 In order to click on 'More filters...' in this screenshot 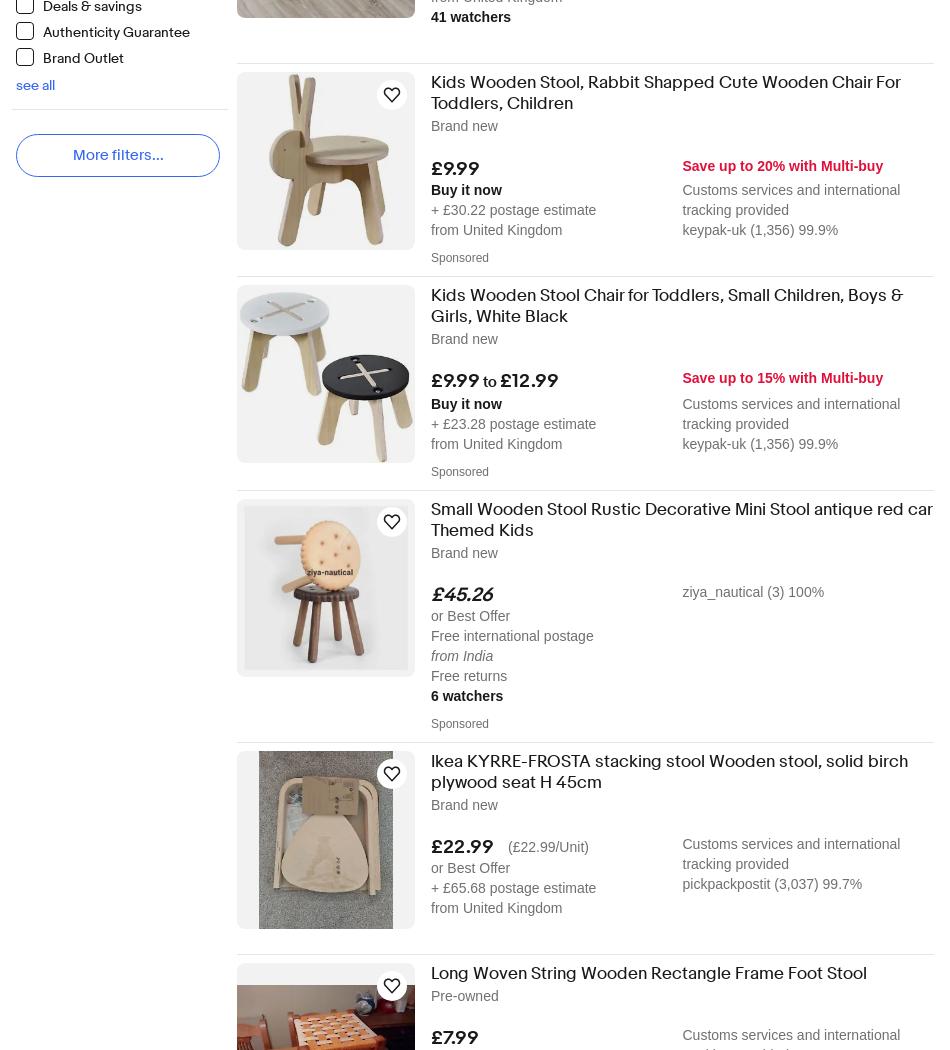, I will do `click(117, 155)`.